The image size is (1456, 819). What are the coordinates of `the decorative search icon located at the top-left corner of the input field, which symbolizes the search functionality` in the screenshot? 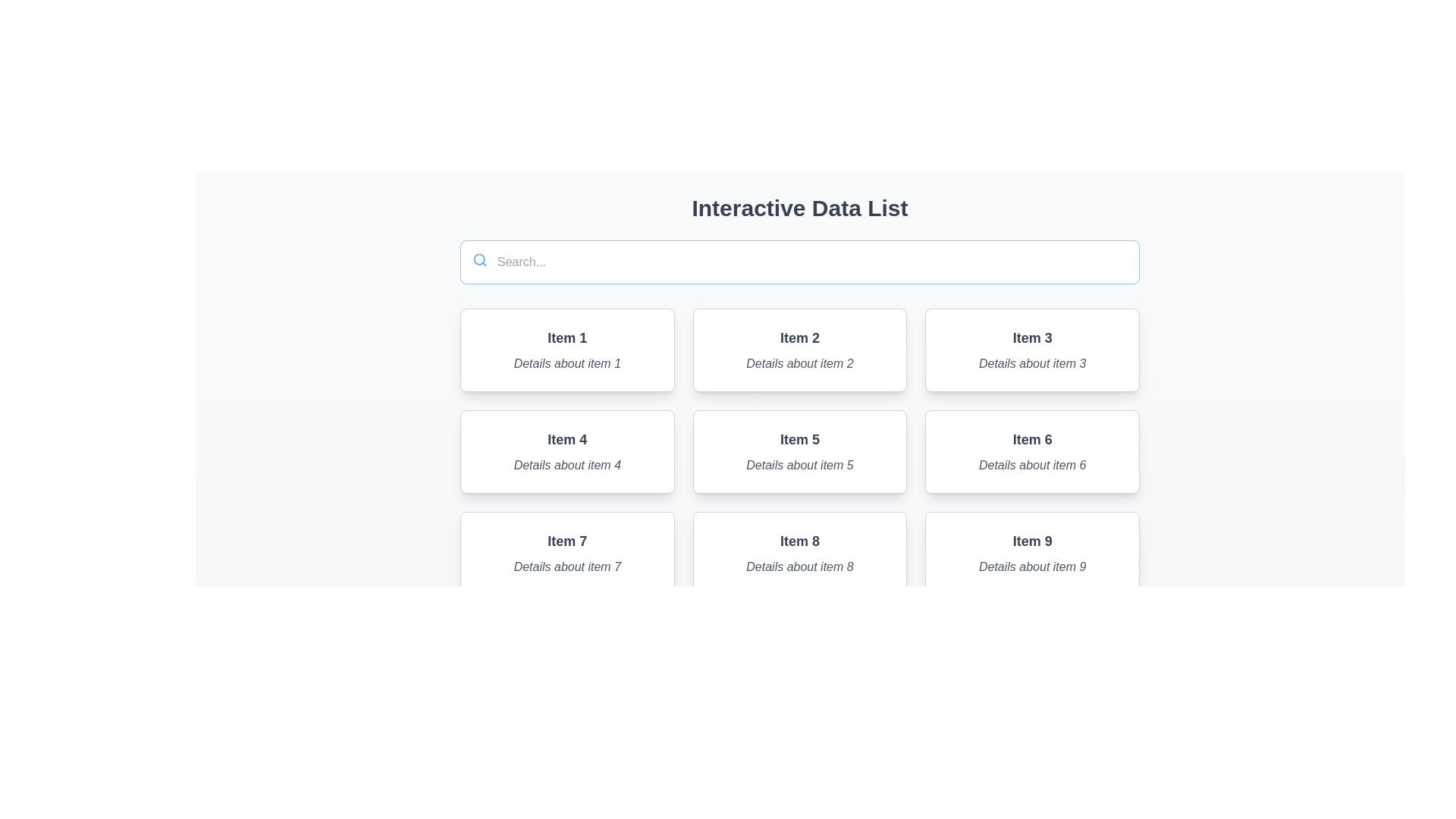 It's located at (479, 259).